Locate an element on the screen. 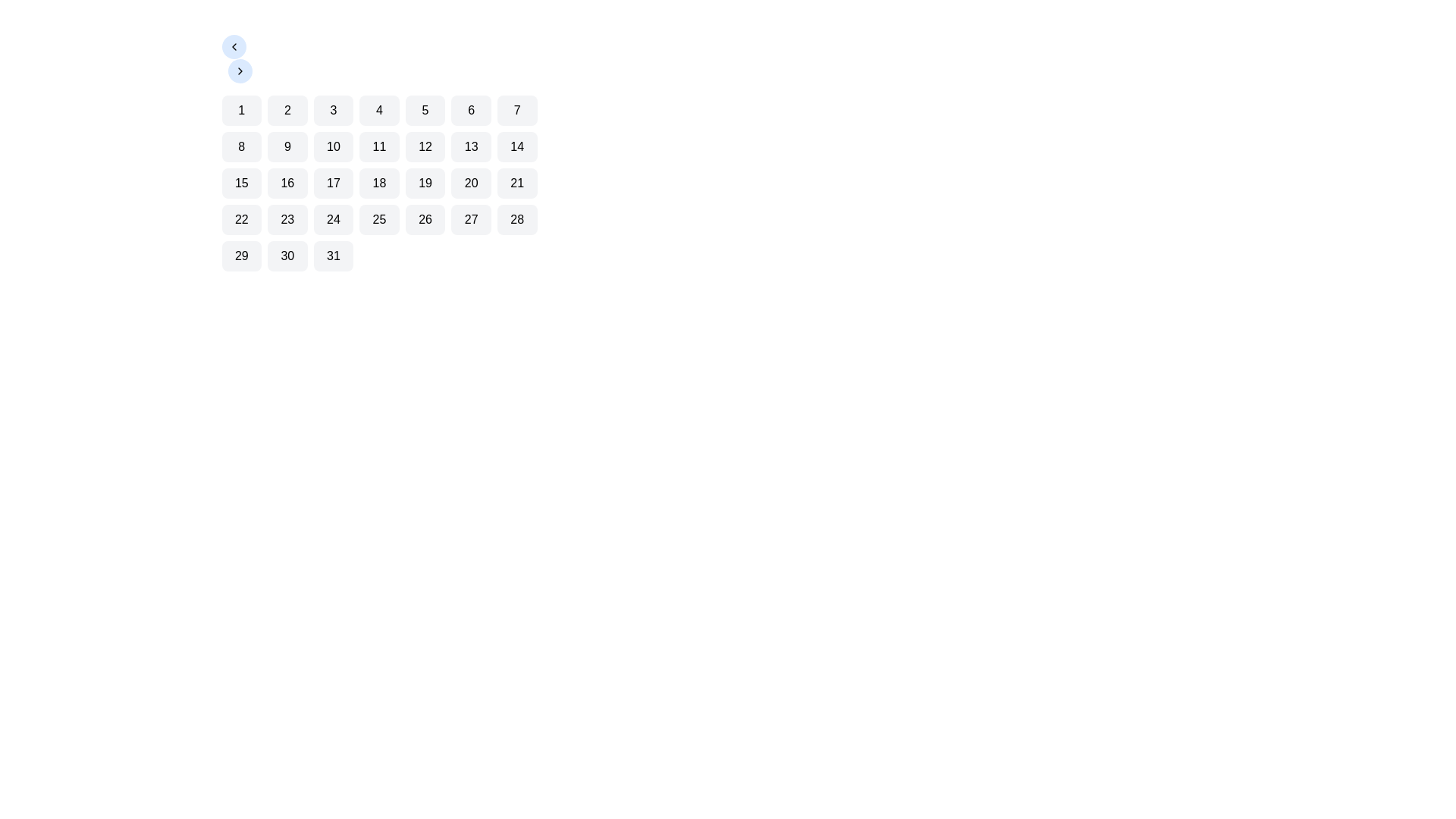 This screenshot has height=819, width=1456. the square-shaped button displaying the number '29' with a light gray background and rounded corners is located at coordinates (240, 256).